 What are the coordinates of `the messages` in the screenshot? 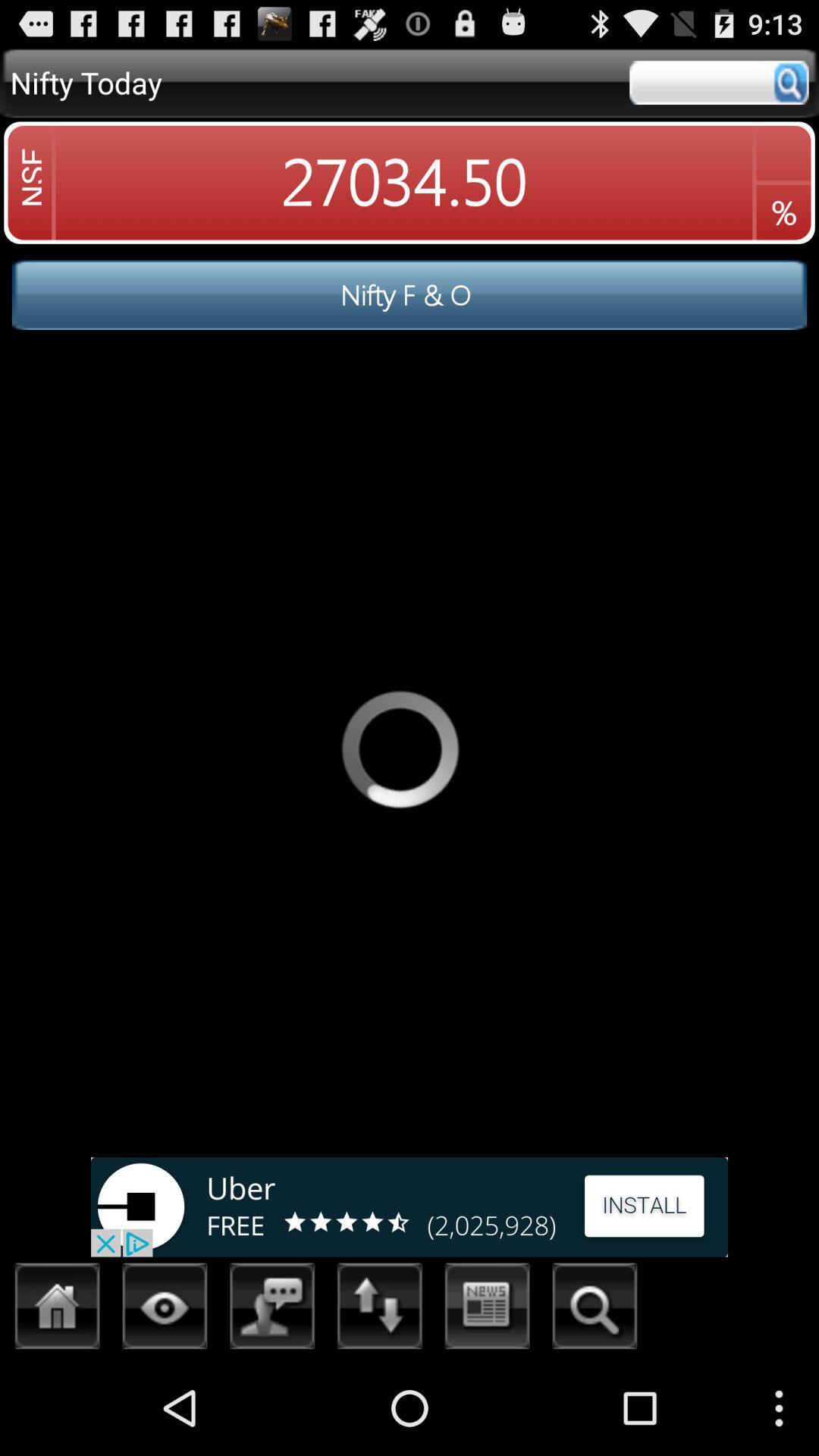 It's located at (271, 1310).